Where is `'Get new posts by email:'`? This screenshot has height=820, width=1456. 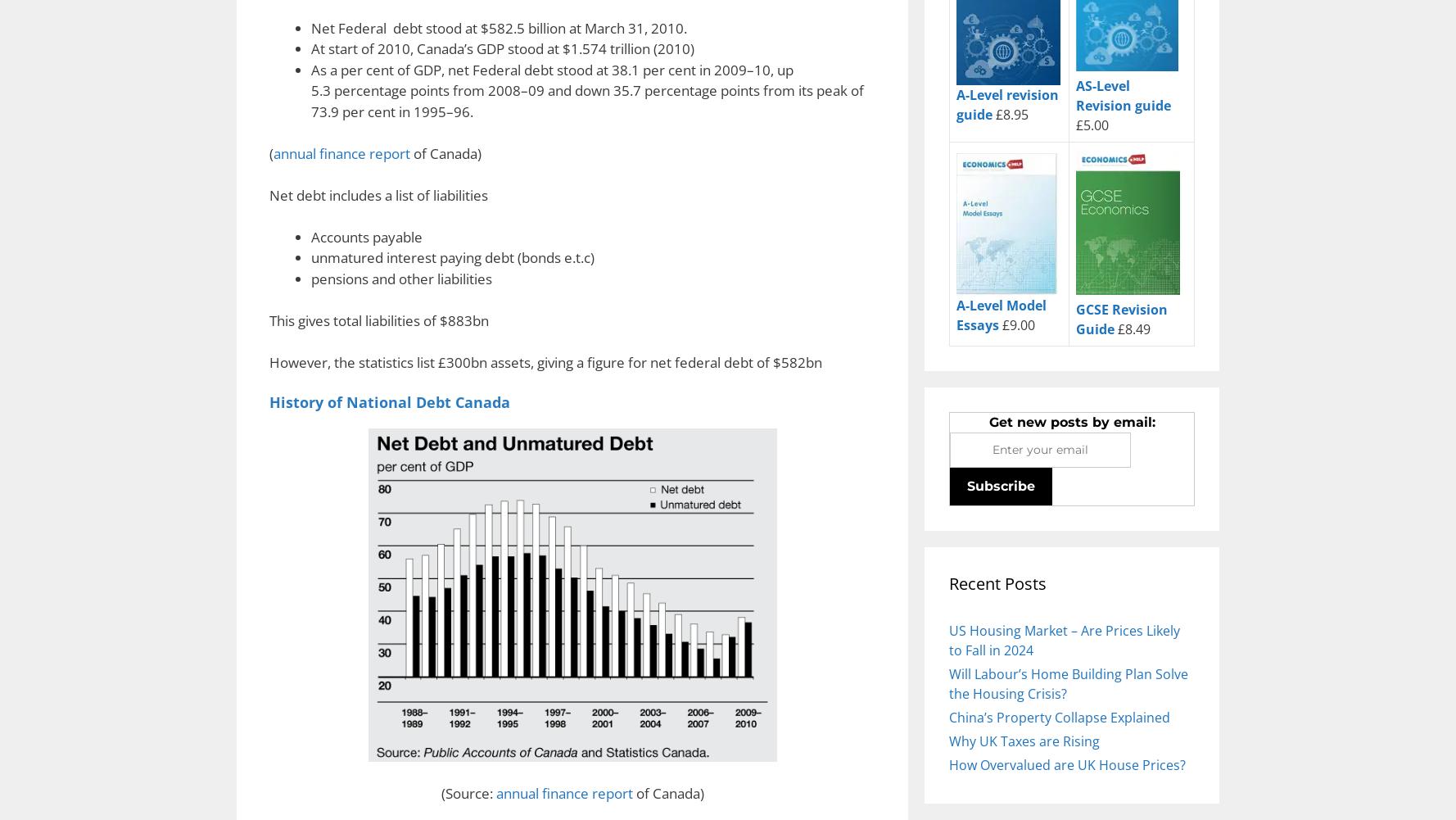
'Get new posts by email:' is located at coordinates (1071, 420).